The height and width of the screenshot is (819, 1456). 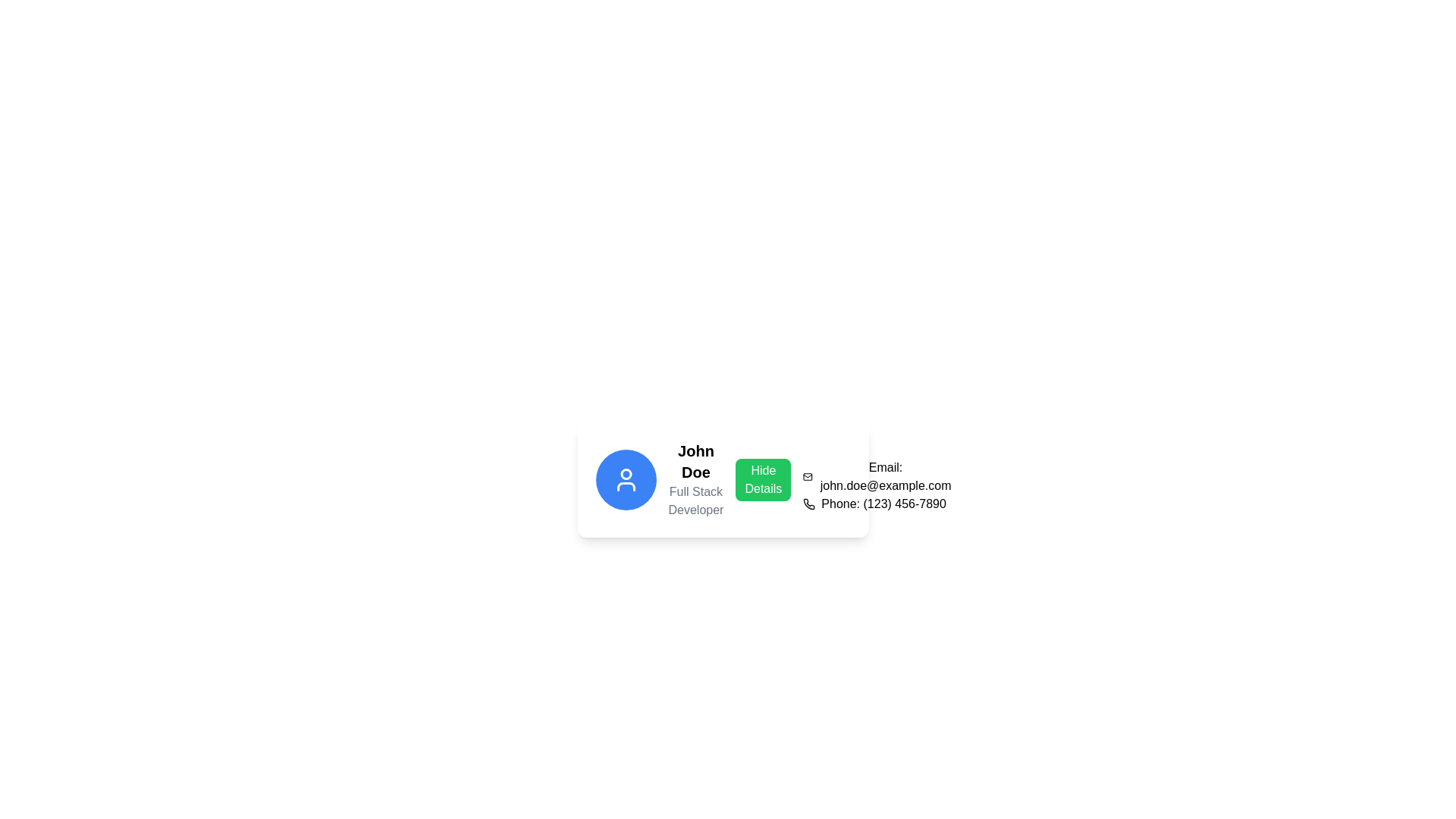 I want to click on the button designed to toggle the visibility of additional user details, located to the far right of the main content within the card, adjacent to the 'John Doe' header, so click(x=763, y=479).